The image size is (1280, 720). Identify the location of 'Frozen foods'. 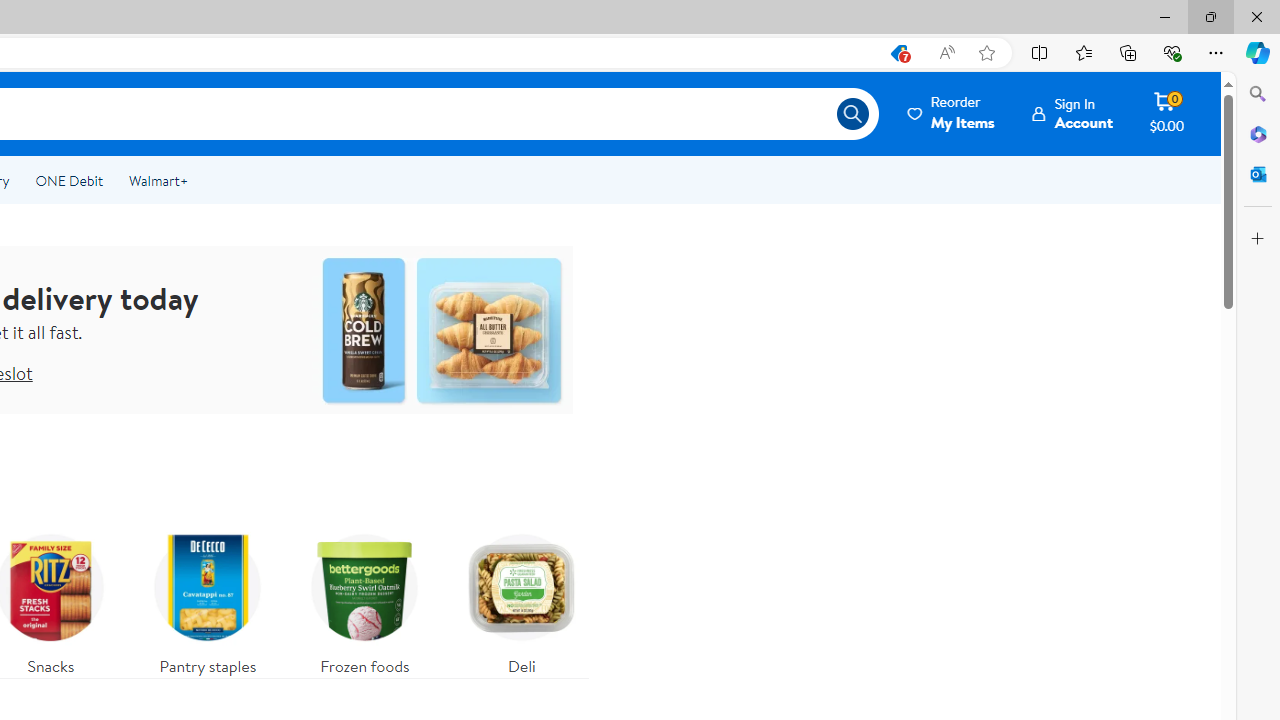
(364, 598).